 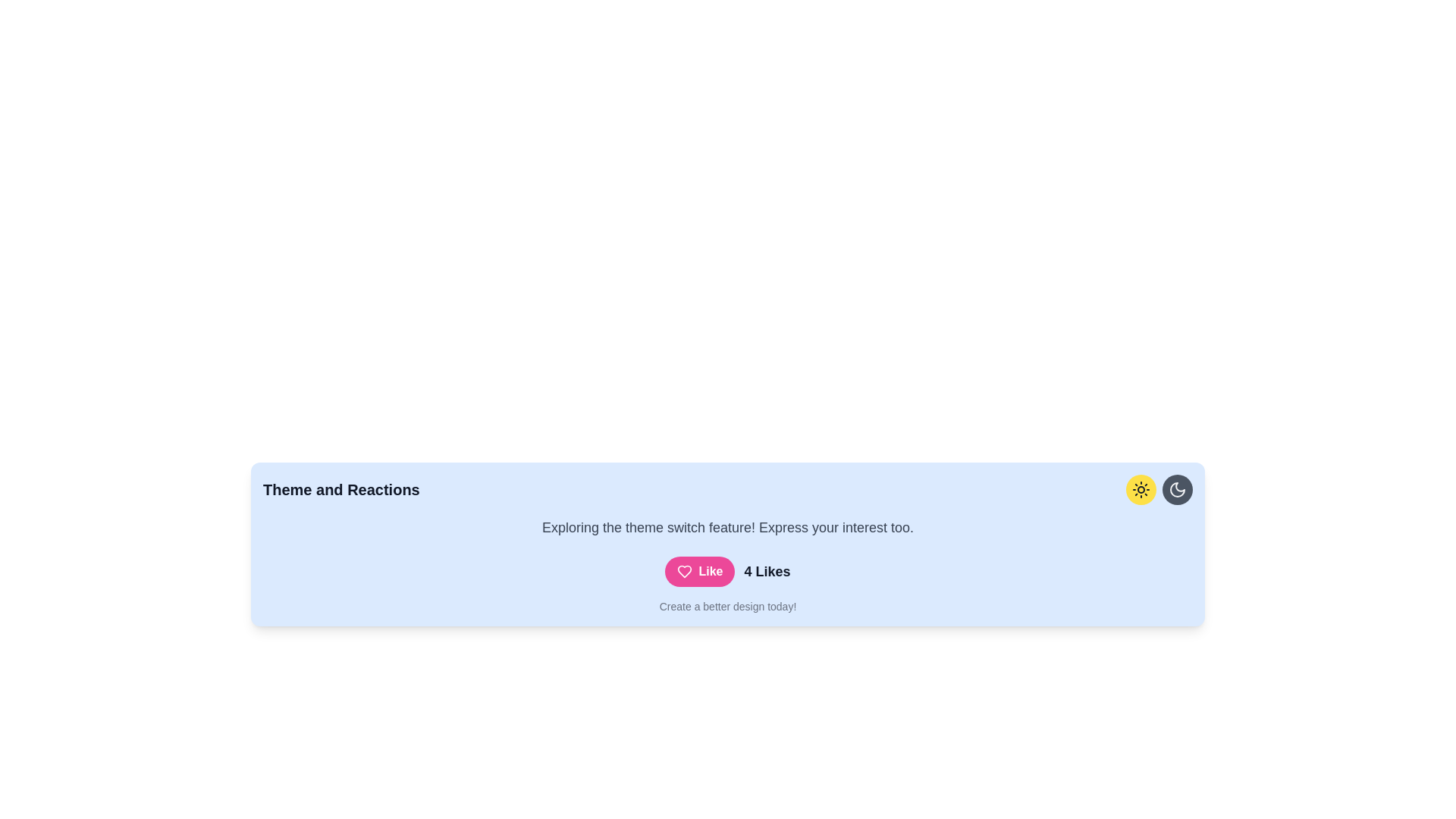 What do you see at coordinates (1159, 489) in the screenshot?
I see `the sun icon in the 'Theme and Reactions' section` at bounding box center [1159, 489].